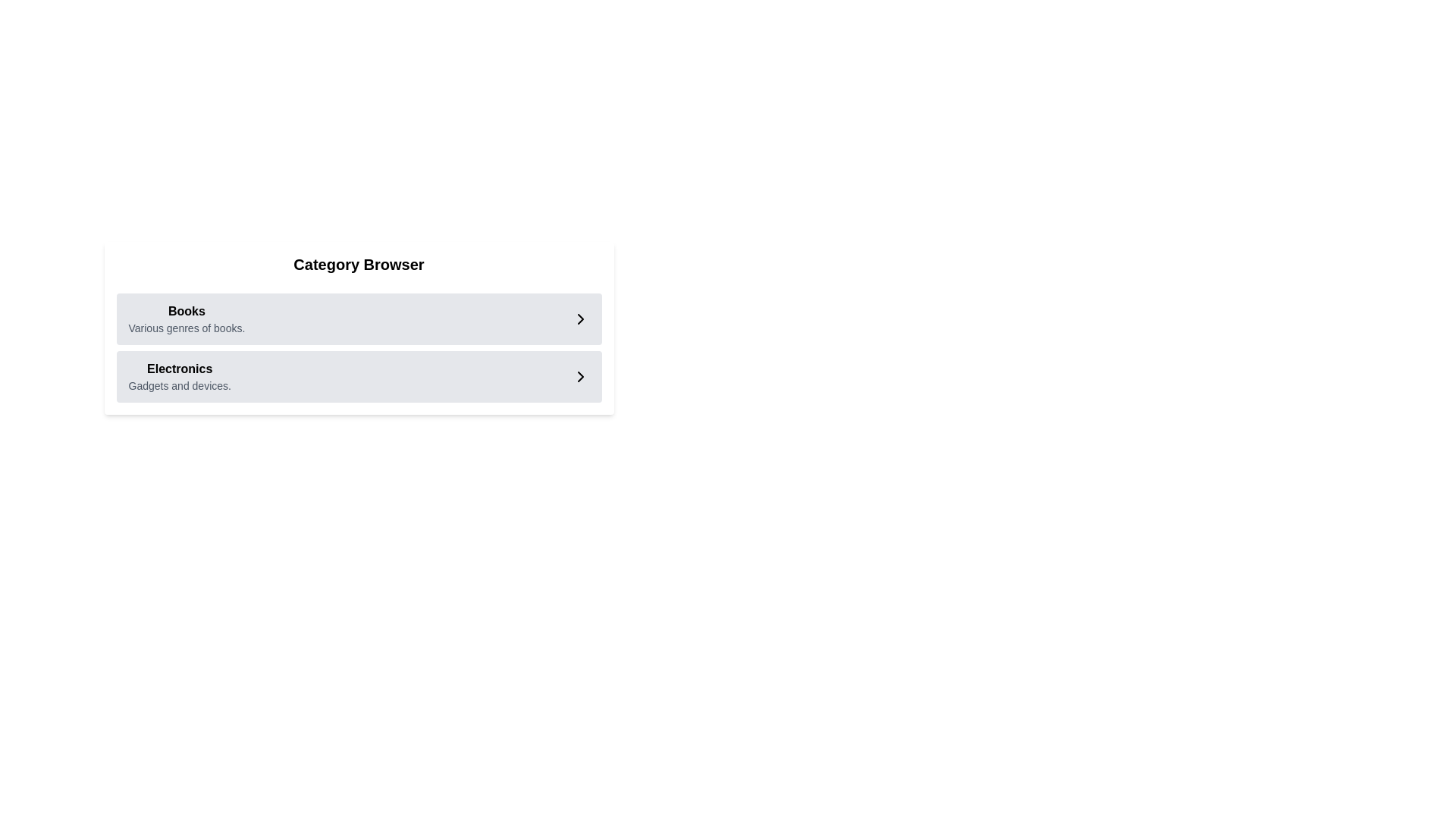 The image size is (1456, 819). Describe the element at coordinates (186, 327) in the screenshot. I see `the descriptive text label providing information about the 'Books' category, which is positioned below the 'Books' text` at that location.